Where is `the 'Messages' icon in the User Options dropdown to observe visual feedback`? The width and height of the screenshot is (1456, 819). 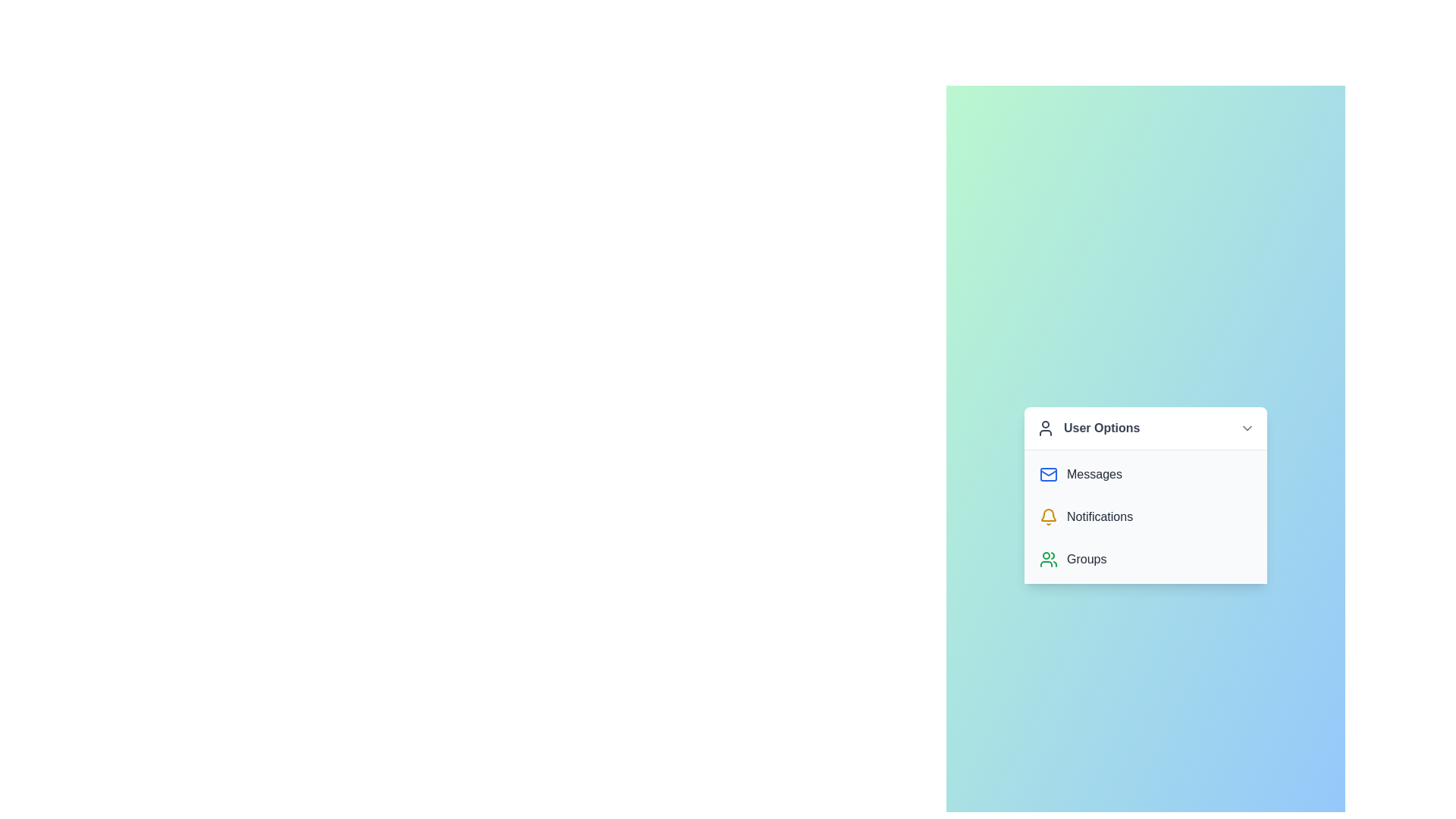
the 'Messages' icon in the User Options dropdown to observe visual feedback is located at coordinates (1047, 472).